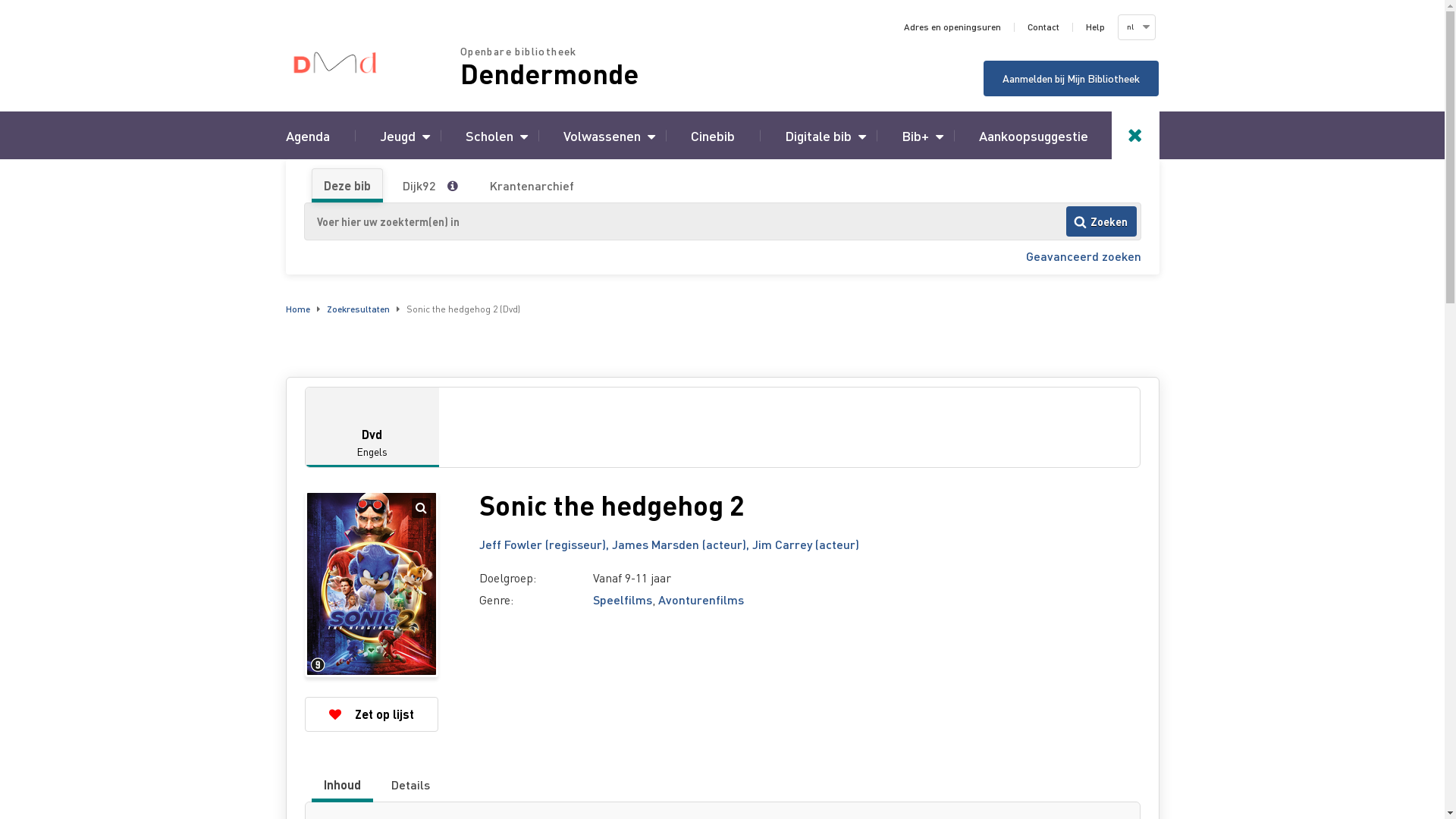  I want to click on 'Deze bib', so click(346, 185).